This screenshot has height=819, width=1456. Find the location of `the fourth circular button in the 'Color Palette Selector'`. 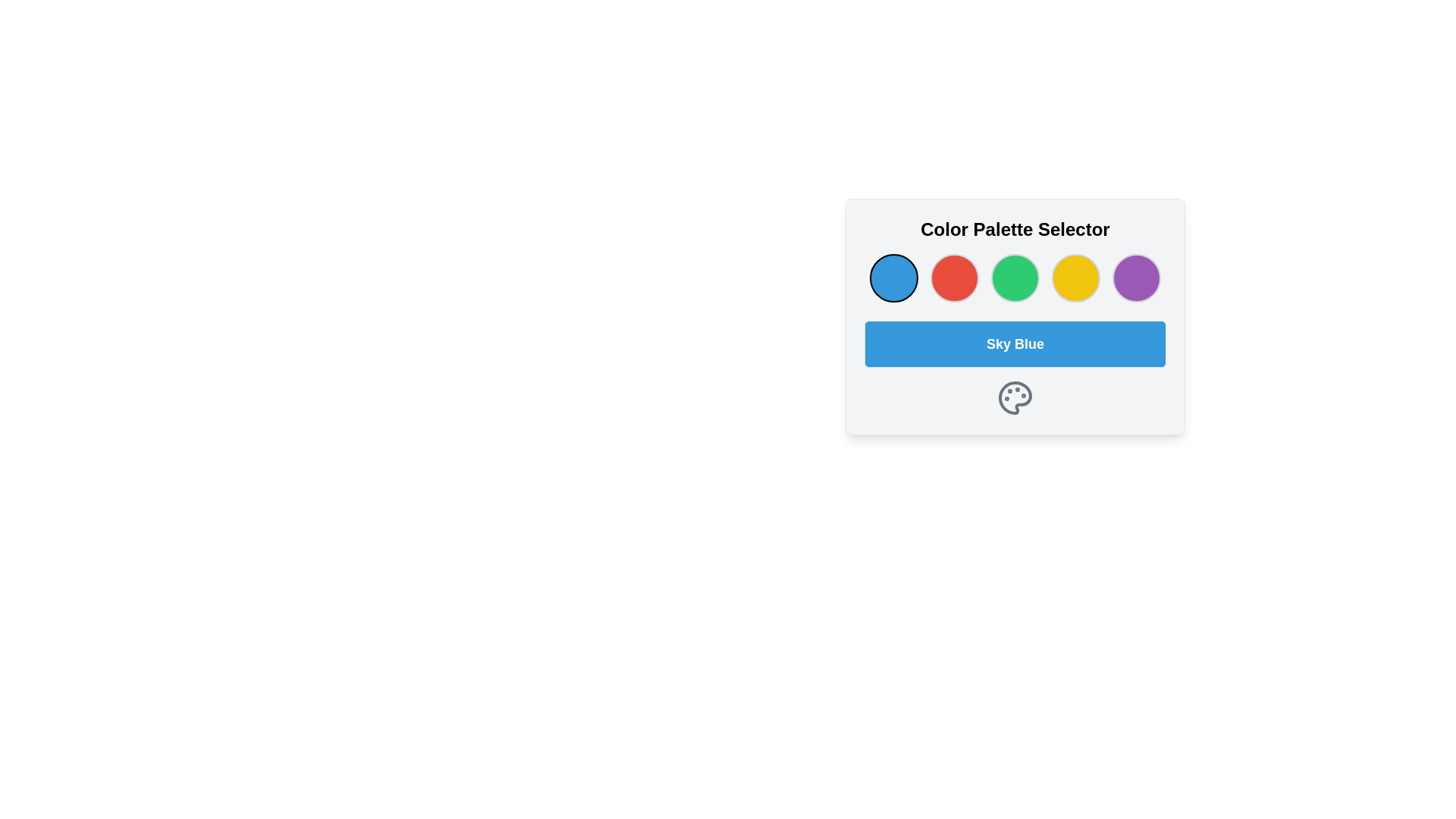

the fourth circular button in the 'Color Palette Selector' is located at coordinates (1075, 278).